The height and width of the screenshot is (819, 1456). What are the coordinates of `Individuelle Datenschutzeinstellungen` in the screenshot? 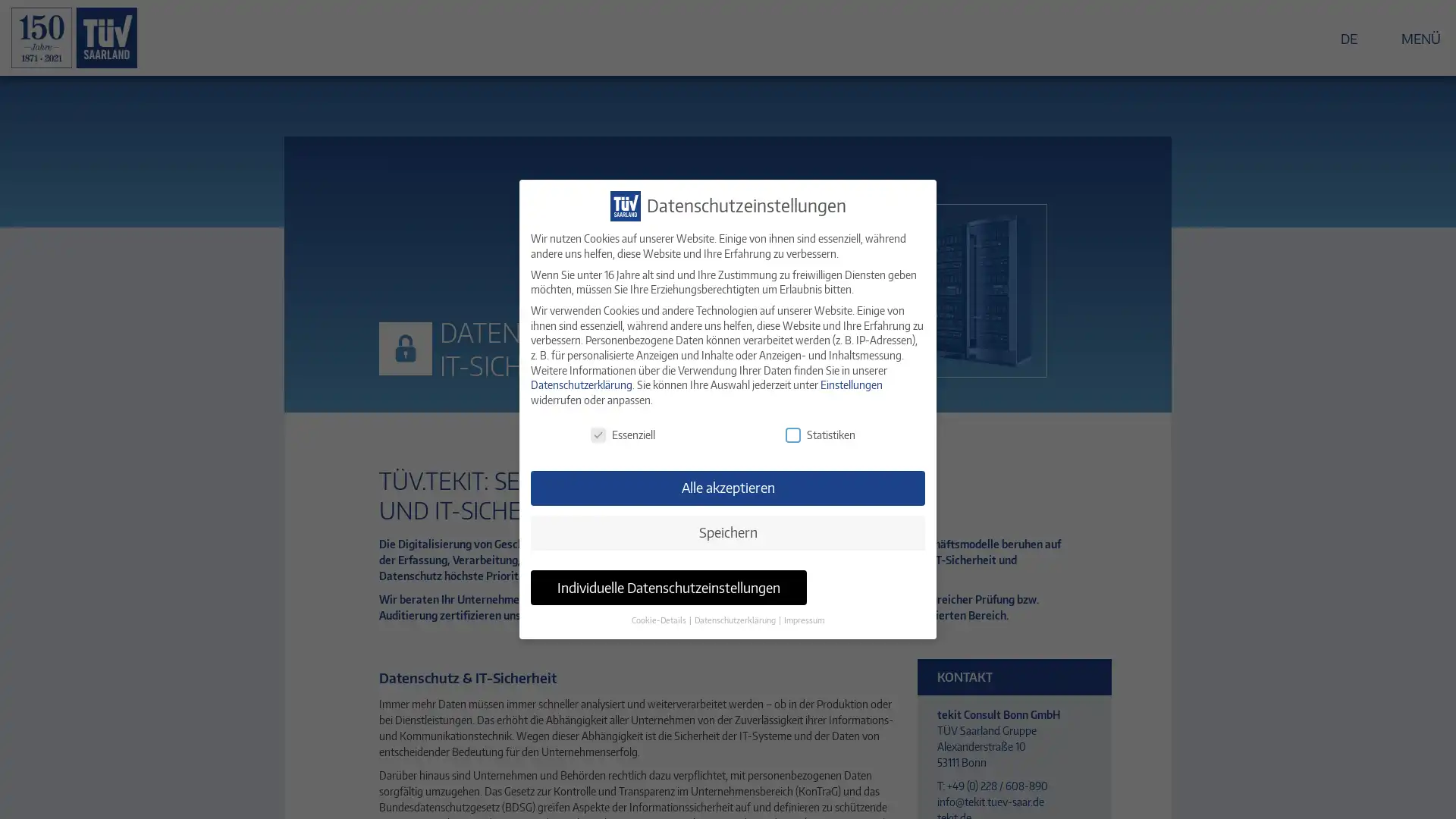 It's located at (668, 587).